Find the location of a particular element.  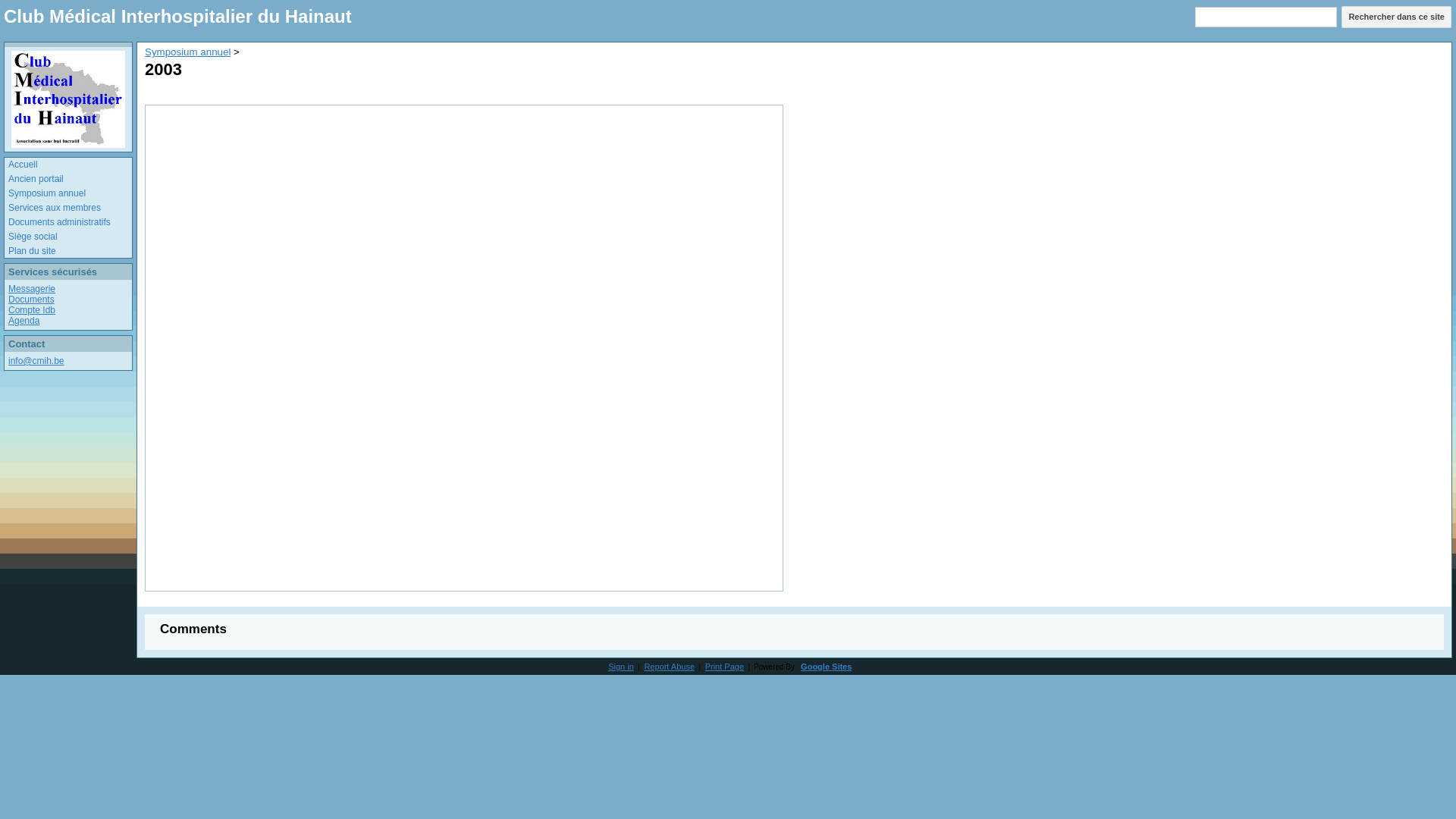

'Documents administratifs' is located at coordinates (8, 222).